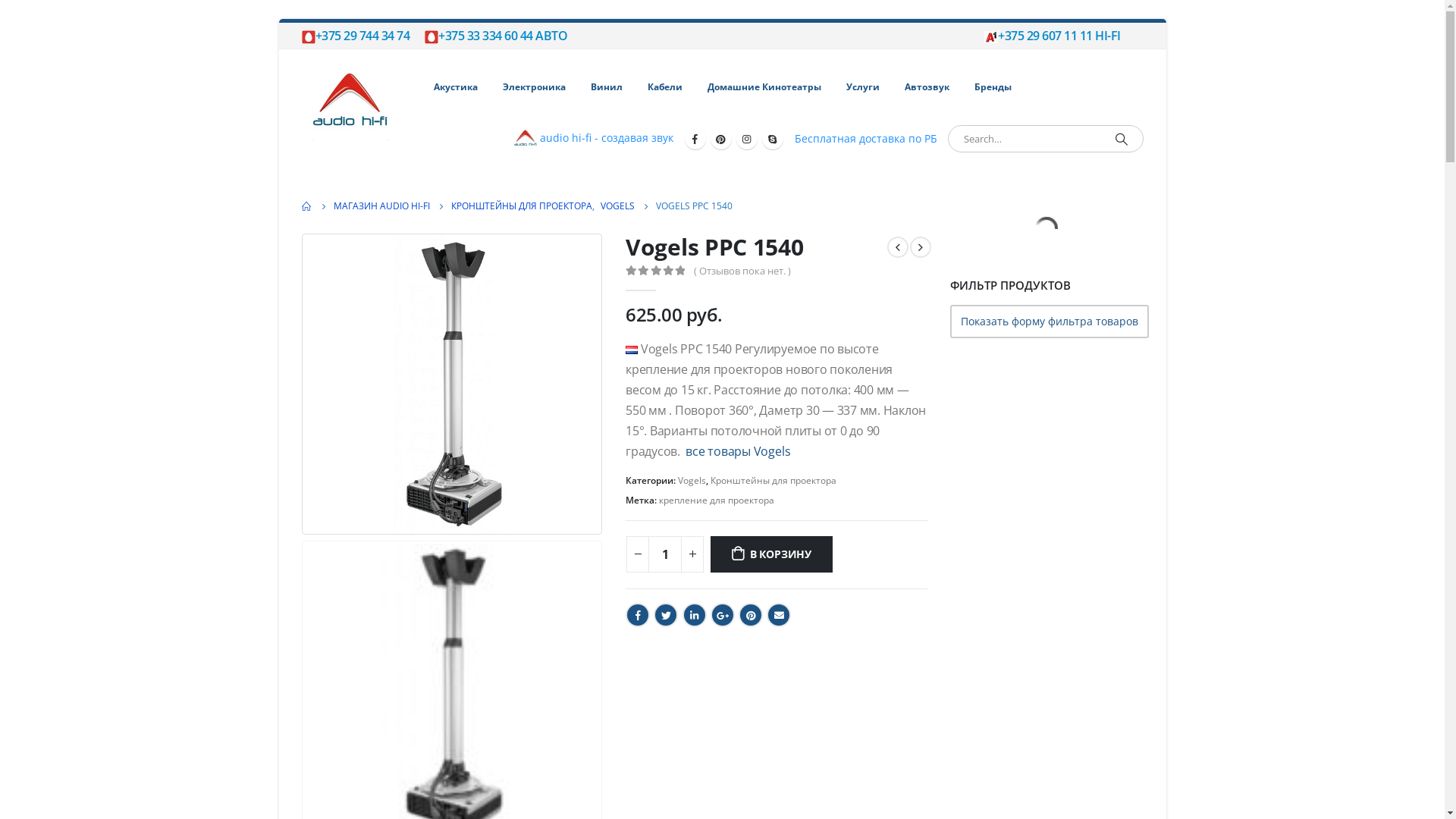 This screenshot has height=819, width=1456. What do you see at coordinates (617, 206) in the screenshot?
I see `'VOGELS'` at bounding box center [617, 206].